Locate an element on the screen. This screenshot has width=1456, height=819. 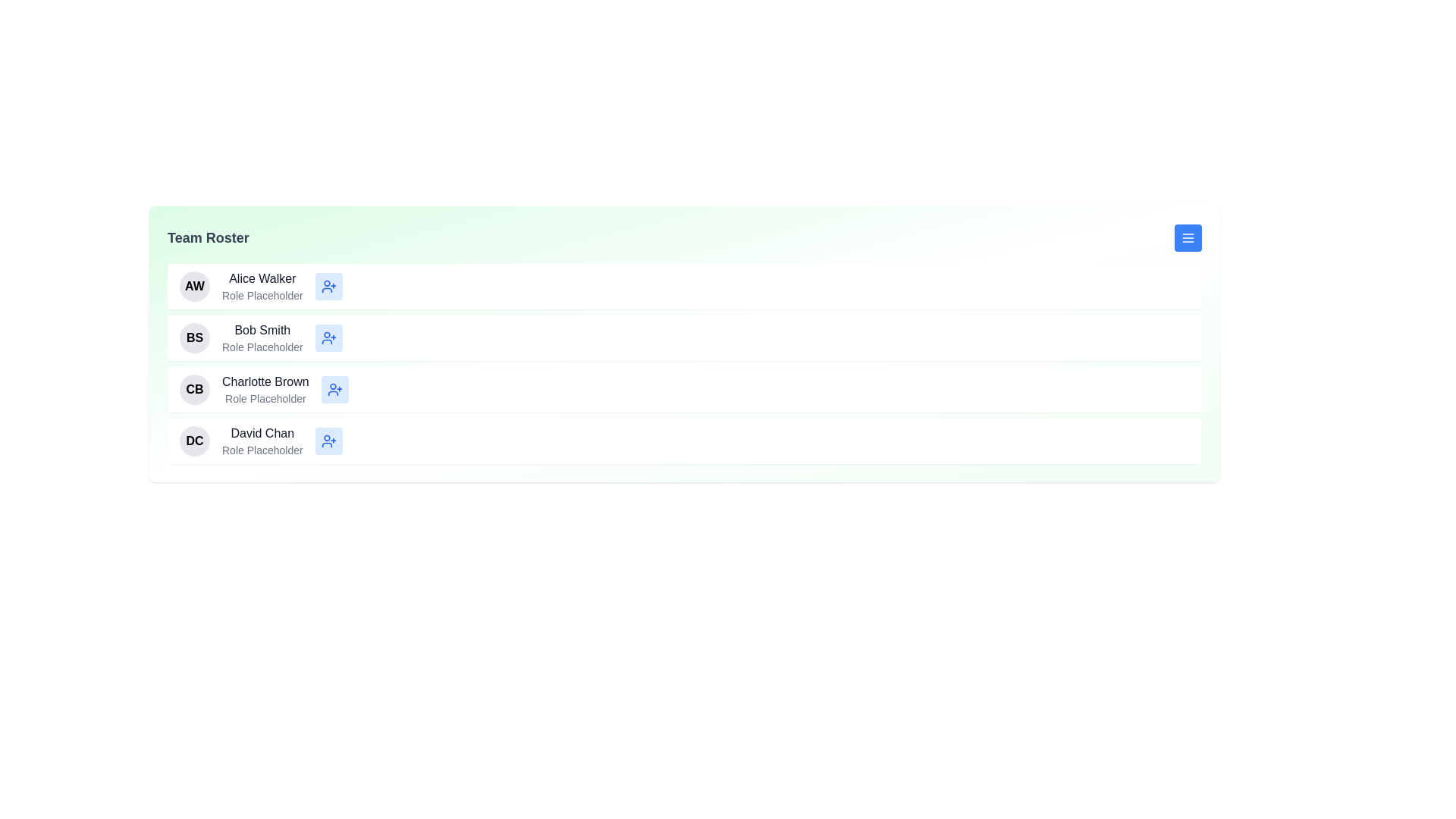
the blue user profile SVG icon with an addition symbol located within a rounded background, positioned at the right end of the entry for 'Bob Smith' in the 'Team Roster' list is located at coordinates (328, 337).